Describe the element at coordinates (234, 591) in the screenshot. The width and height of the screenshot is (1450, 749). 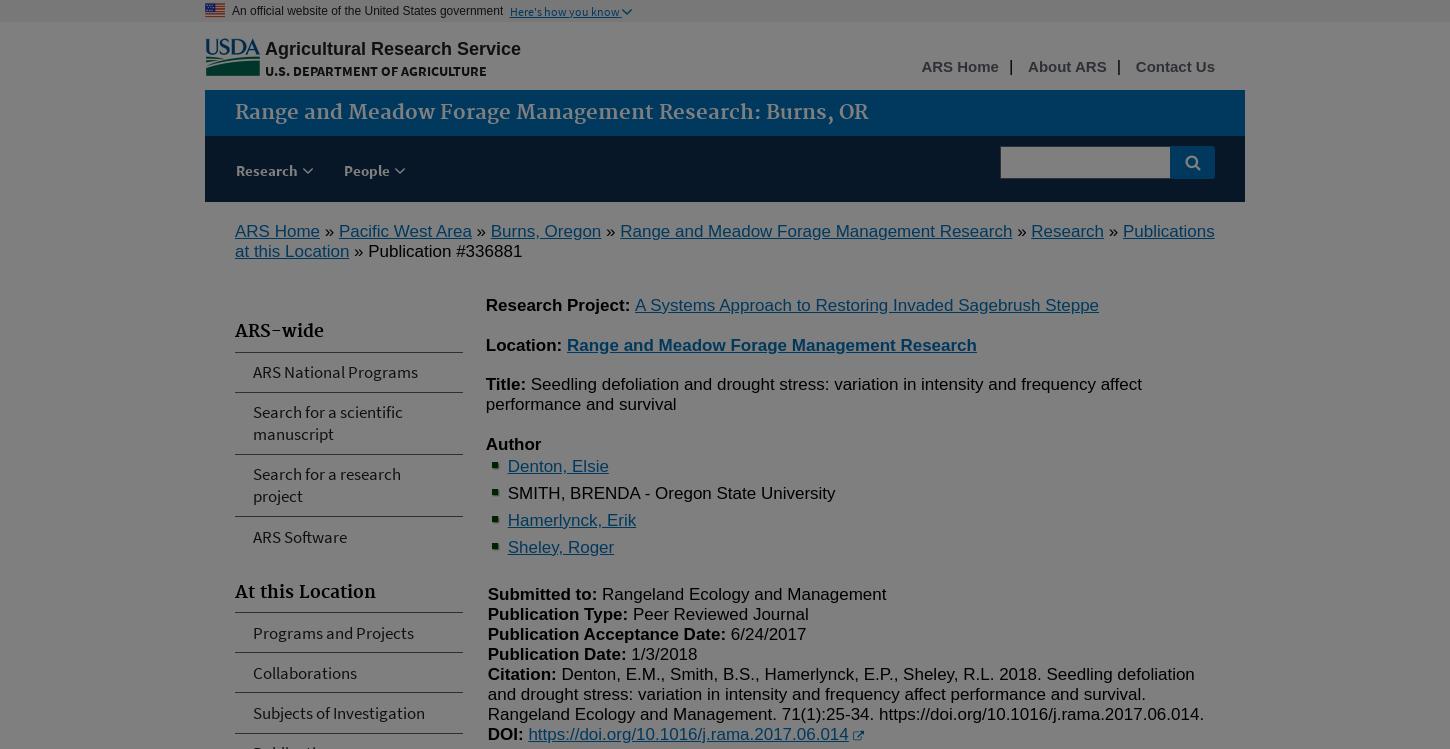
I see `'At this Location'` at that location.